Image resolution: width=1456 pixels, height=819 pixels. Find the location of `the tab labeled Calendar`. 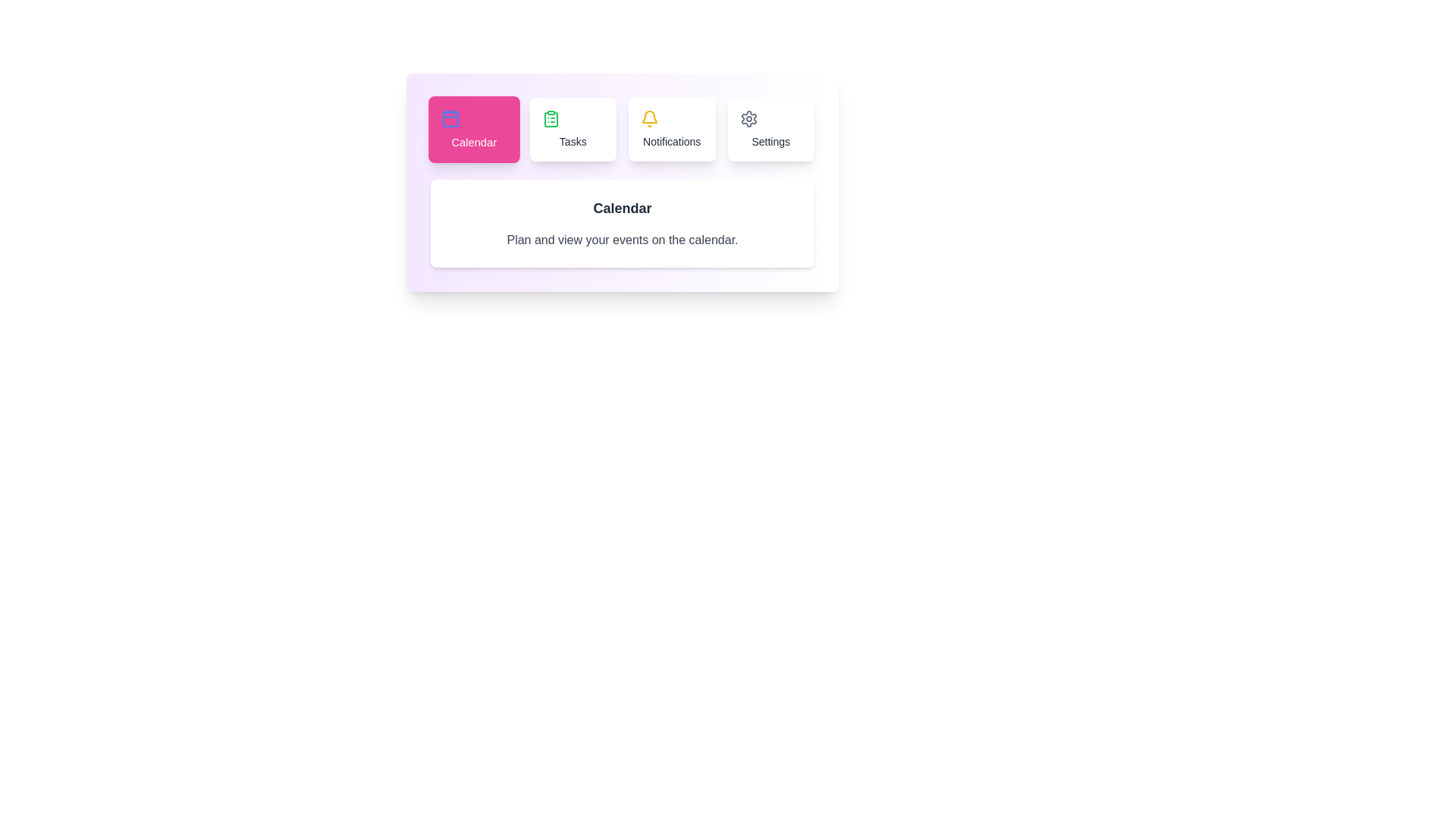

the tab labeled Calendar is located at coordinates (473, 128).